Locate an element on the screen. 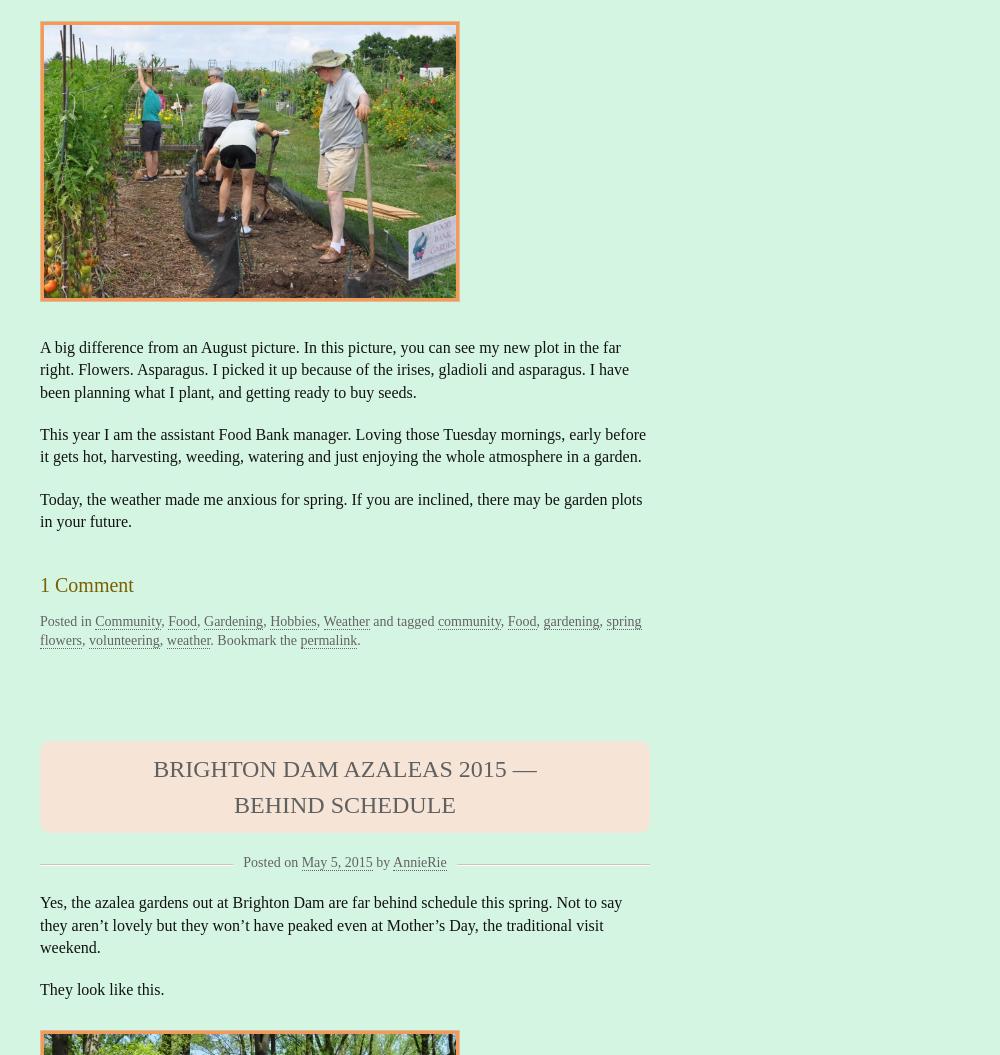  'Posted on' is located at coordinates (242, 861).